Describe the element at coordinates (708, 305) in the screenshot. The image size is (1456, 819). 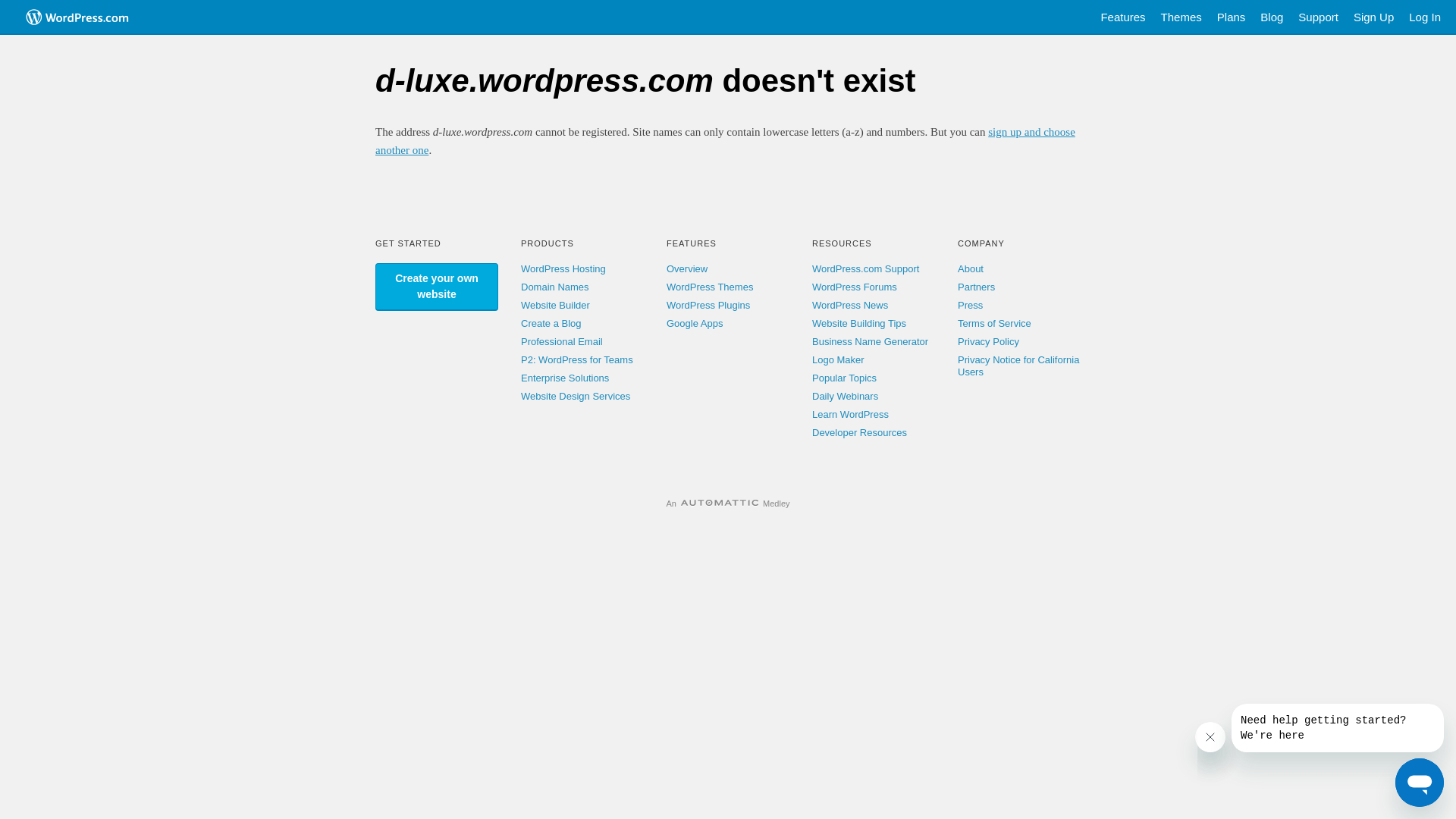
I see `'WordPress Plugins'` at that location.